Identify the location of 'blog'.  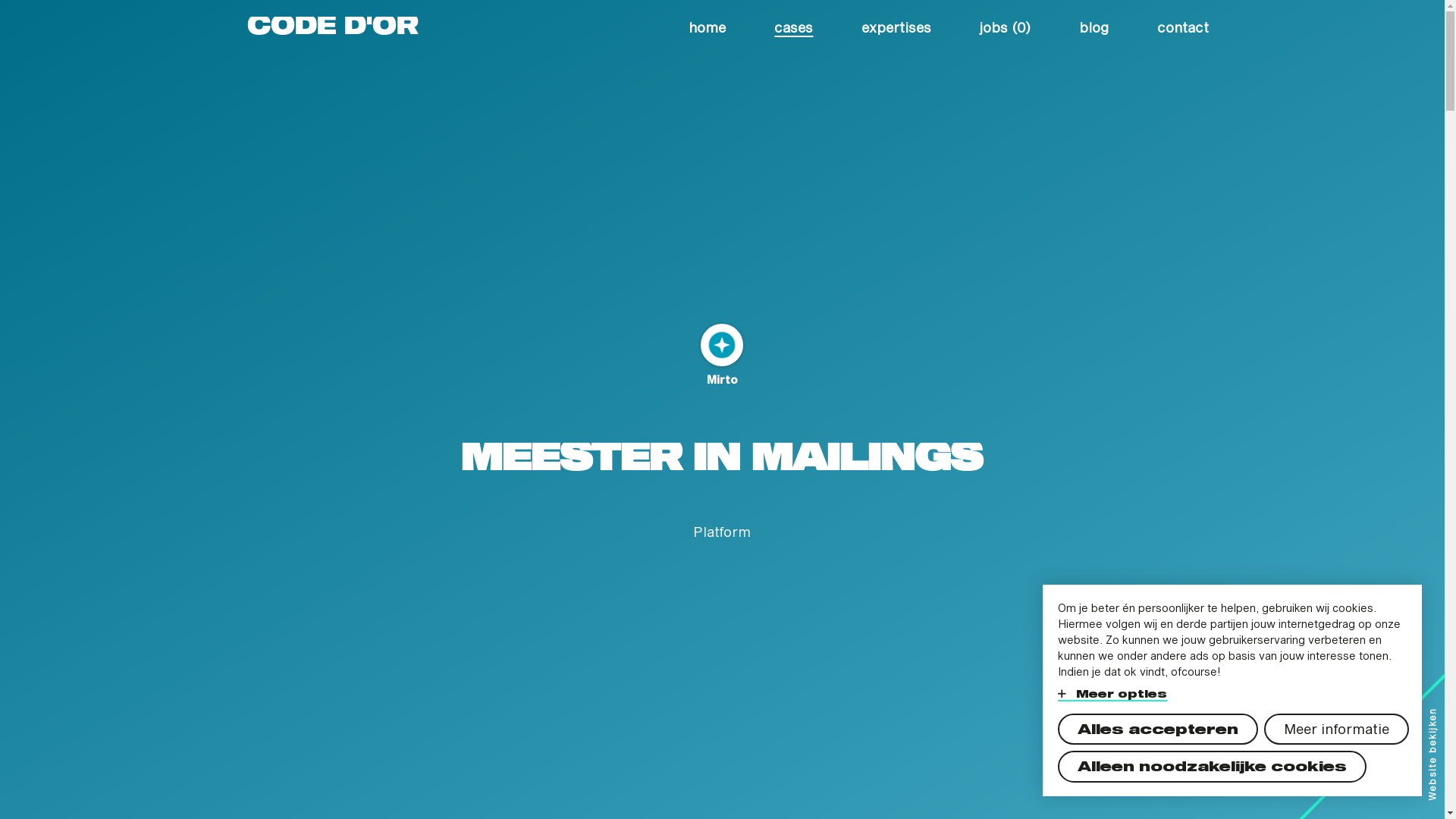
(1094, 24).